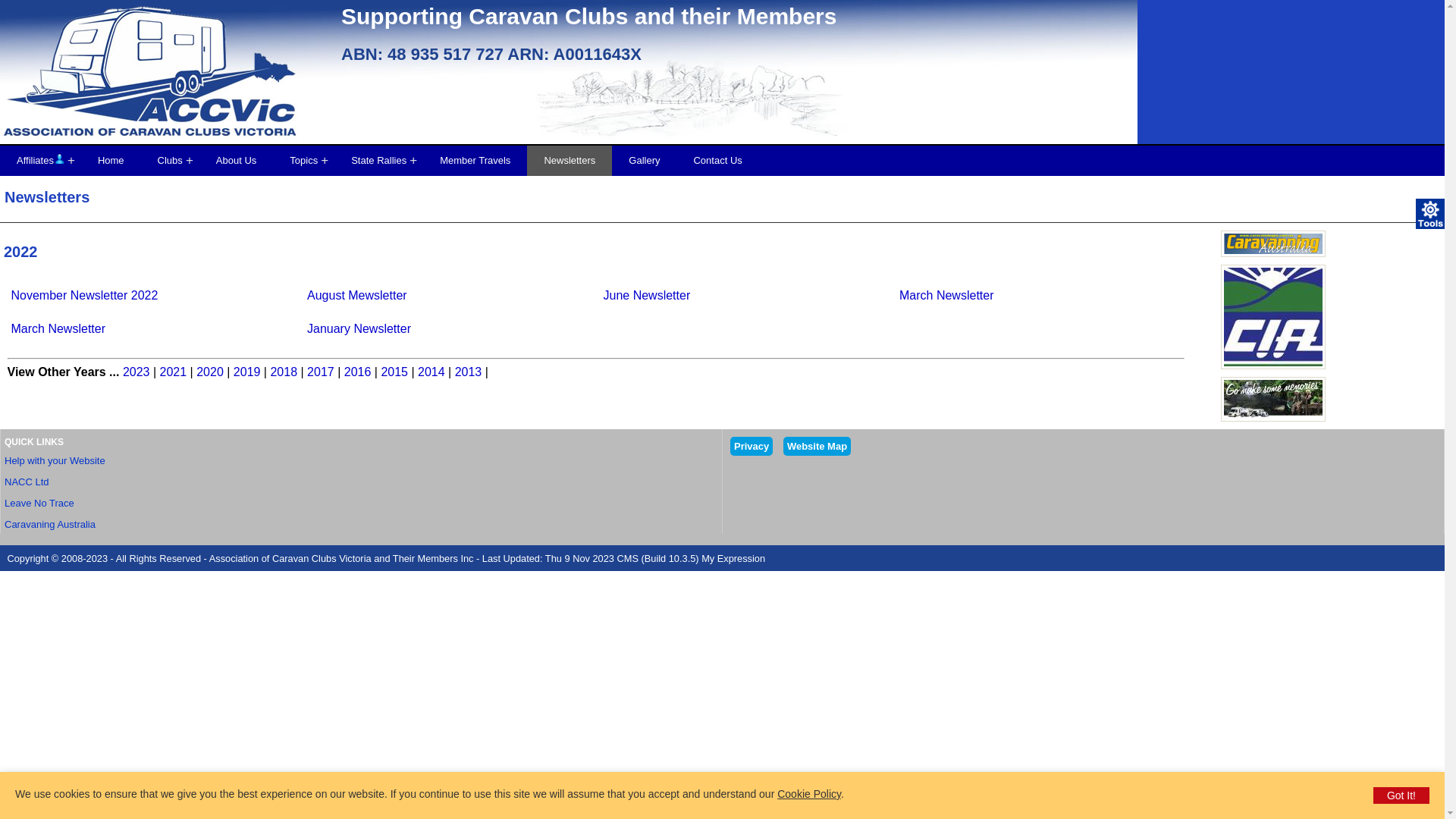  What do you see at coordinates (751, 445) in the screenshot?
I see `'Privacy'` at bounding box center [751, 445].